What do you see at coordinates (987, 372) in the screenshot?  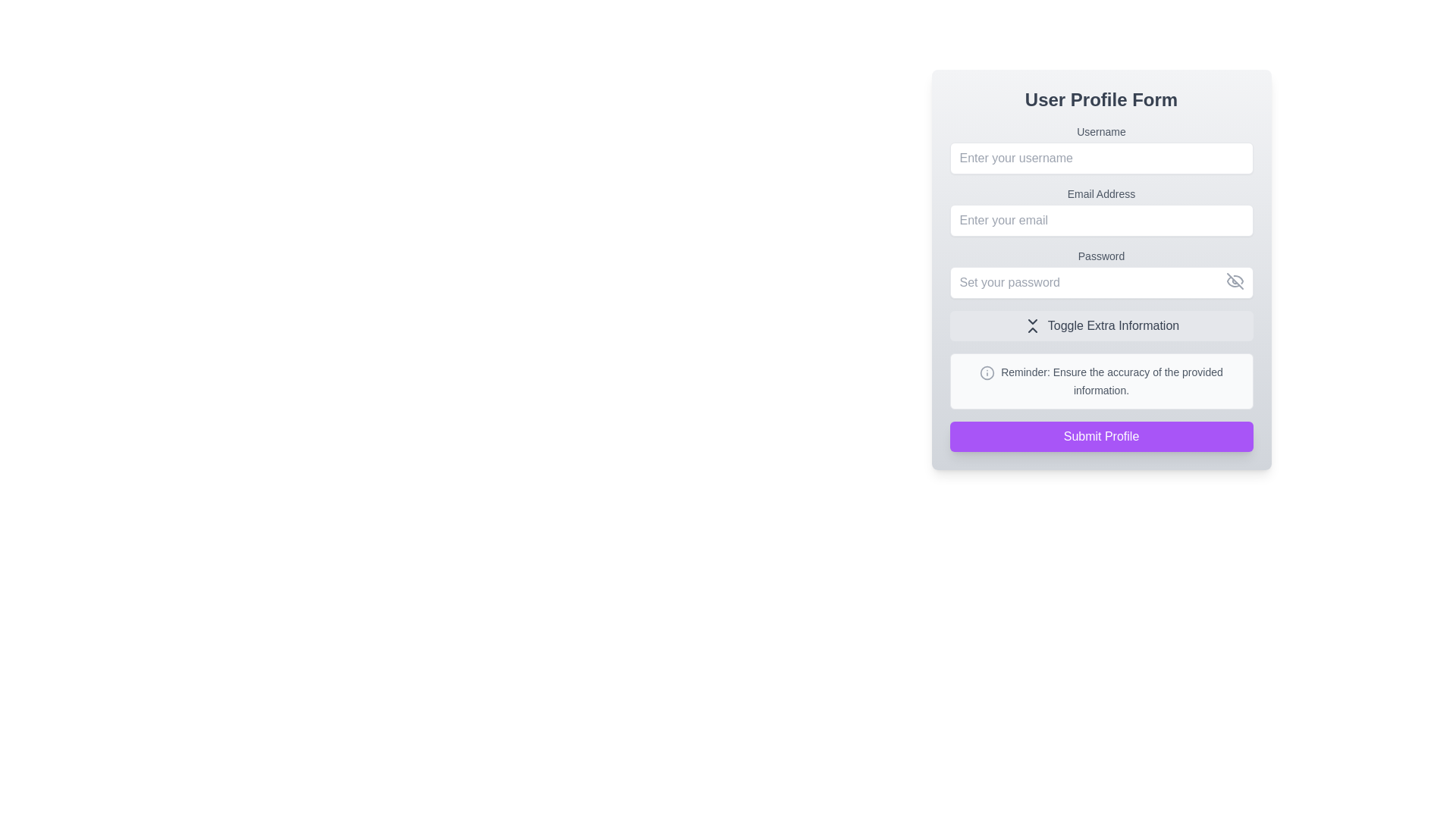 I see `the info icon, which is a gray circular icon with an info symbol inside, located next to the reminder text 'Ensure the accuracy of the provided information.'` at bounding box center [987, 372].